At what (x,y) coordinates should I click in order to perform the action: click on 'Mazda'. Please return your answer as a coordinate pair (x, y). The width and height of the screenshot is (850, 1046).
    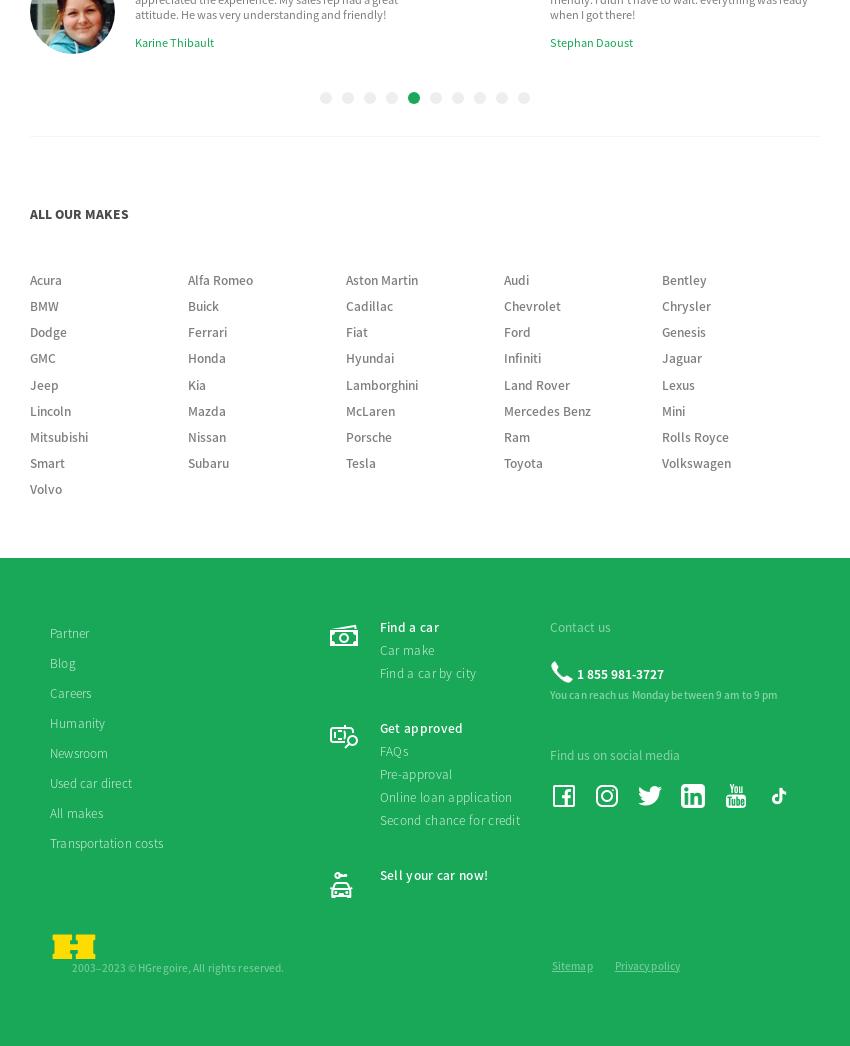
    Looking at the image, I should click on (205, 30).